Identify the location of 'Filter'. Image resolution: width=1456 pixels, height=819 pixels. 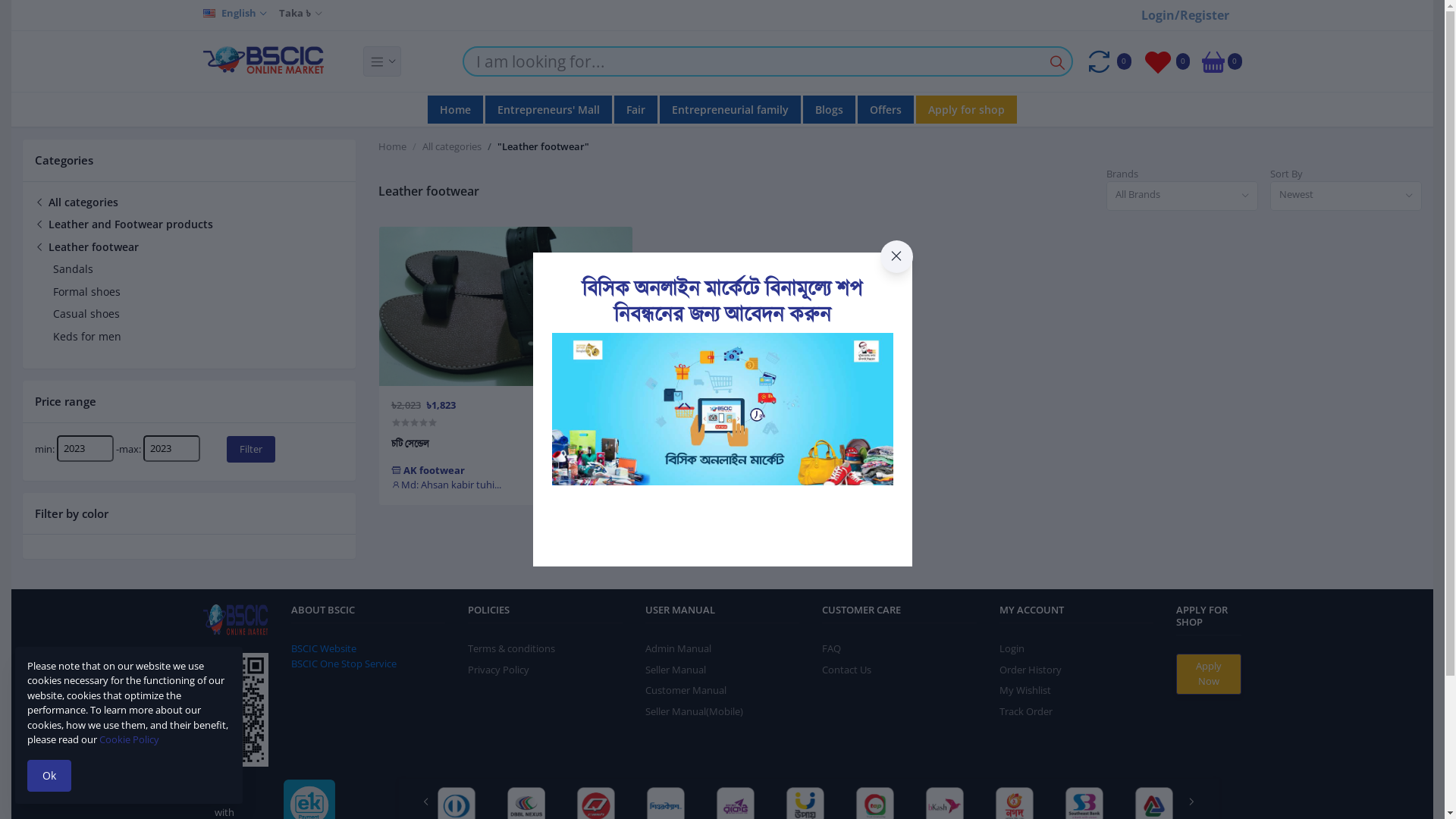
(225, 448).